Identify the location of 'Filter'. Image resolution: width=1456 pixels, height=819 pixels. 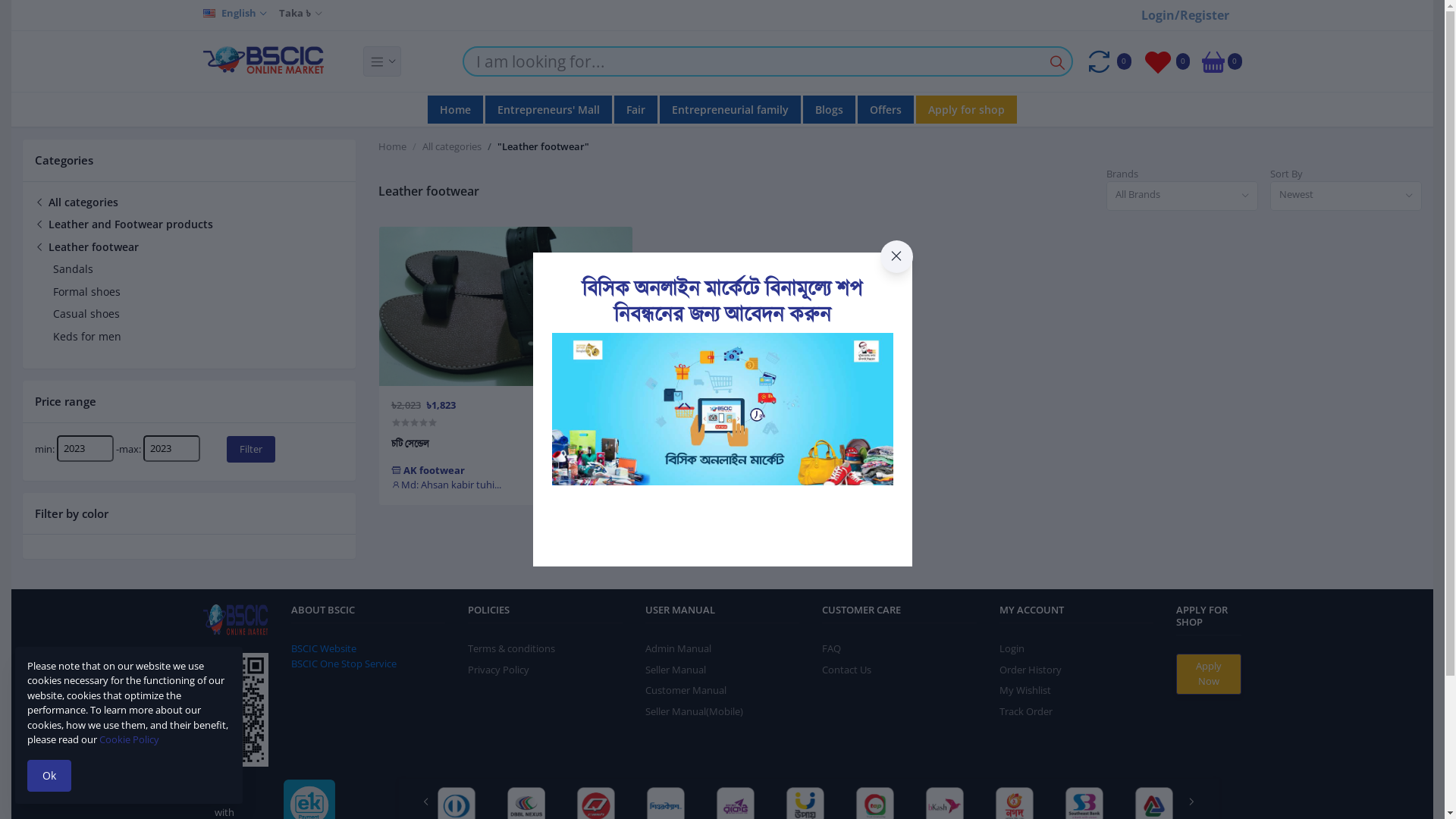
(225, 448).